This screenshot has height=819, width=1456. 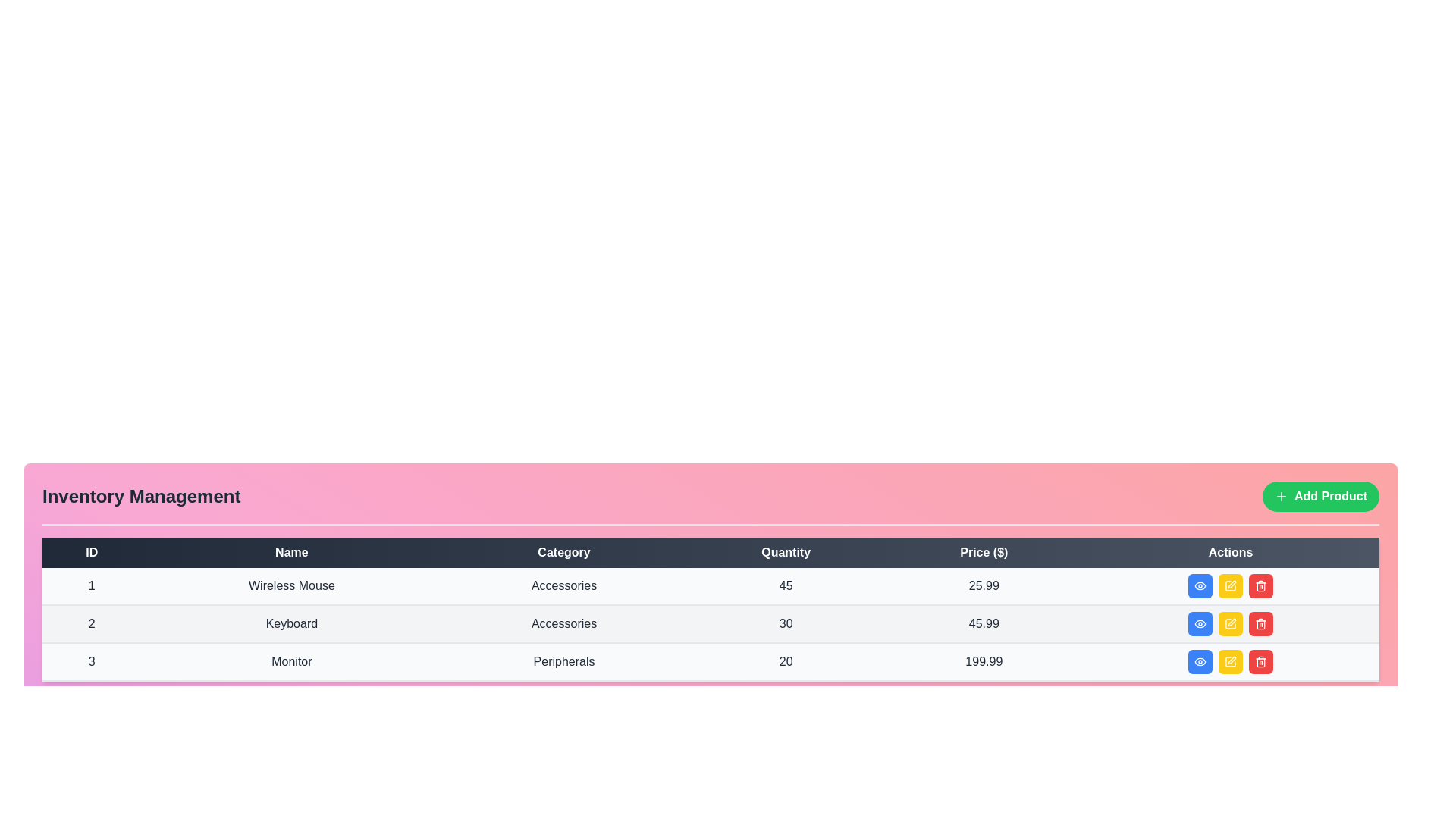 I want to click on the static text element displaying 'Accessories' in the third column of the second row of the table, which indicates the product category, so click(x=563, y=623).